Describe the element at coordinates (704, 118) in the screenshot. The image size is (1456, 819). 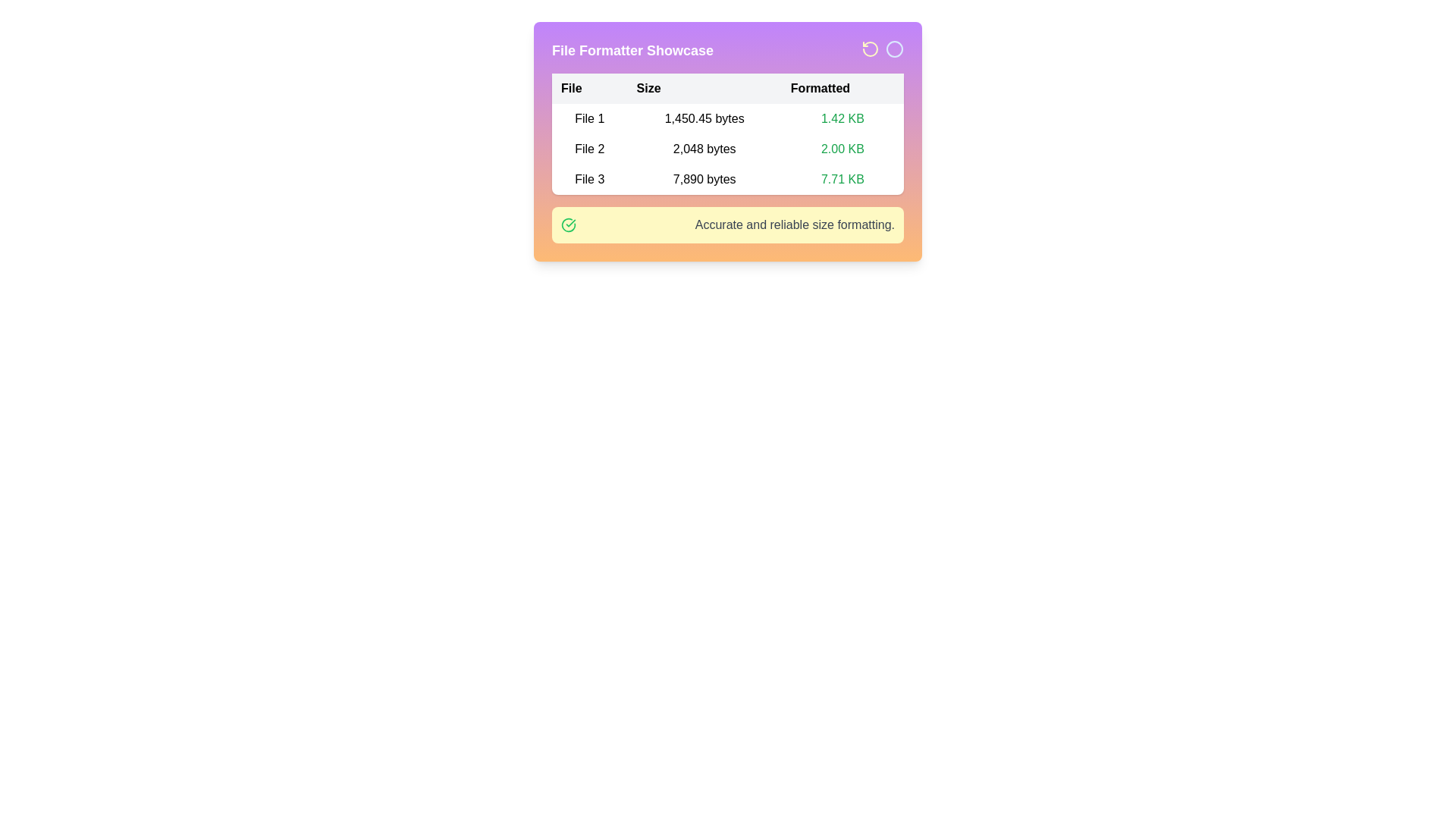
I see `the Text Label displaying the file size '1,450.45 bytes' in the second column of the first row of the table` at that location.